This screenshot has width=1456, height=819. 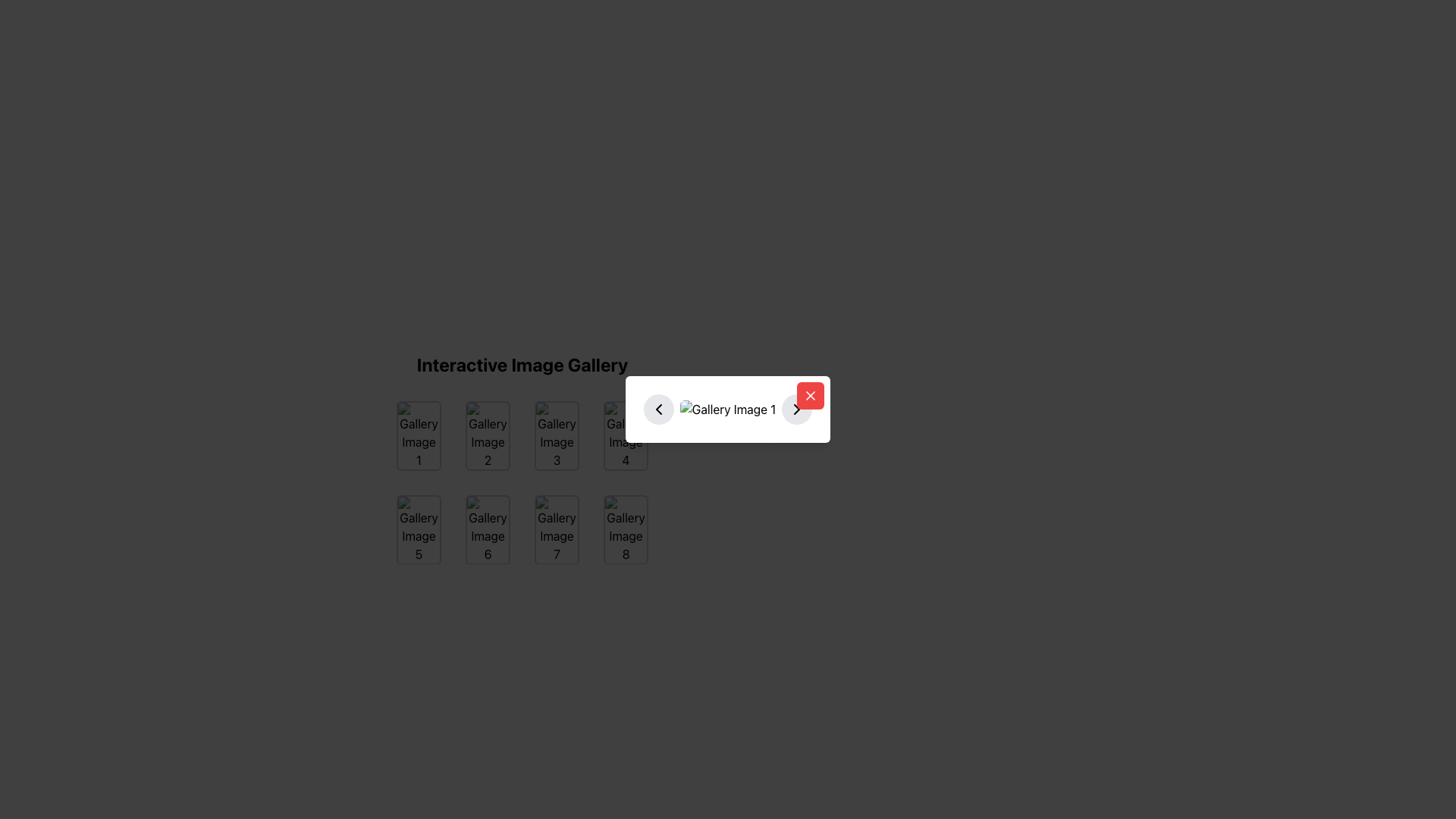 What do you see at coordinates (626, 529) in the screenshot?
I see `the Image Preview Card labeled 'Gallery Image 8', which features a rounded thumbnail and descriptive text below it, located in the last row and last column of the grid layout` at bounding box center [626, 529].